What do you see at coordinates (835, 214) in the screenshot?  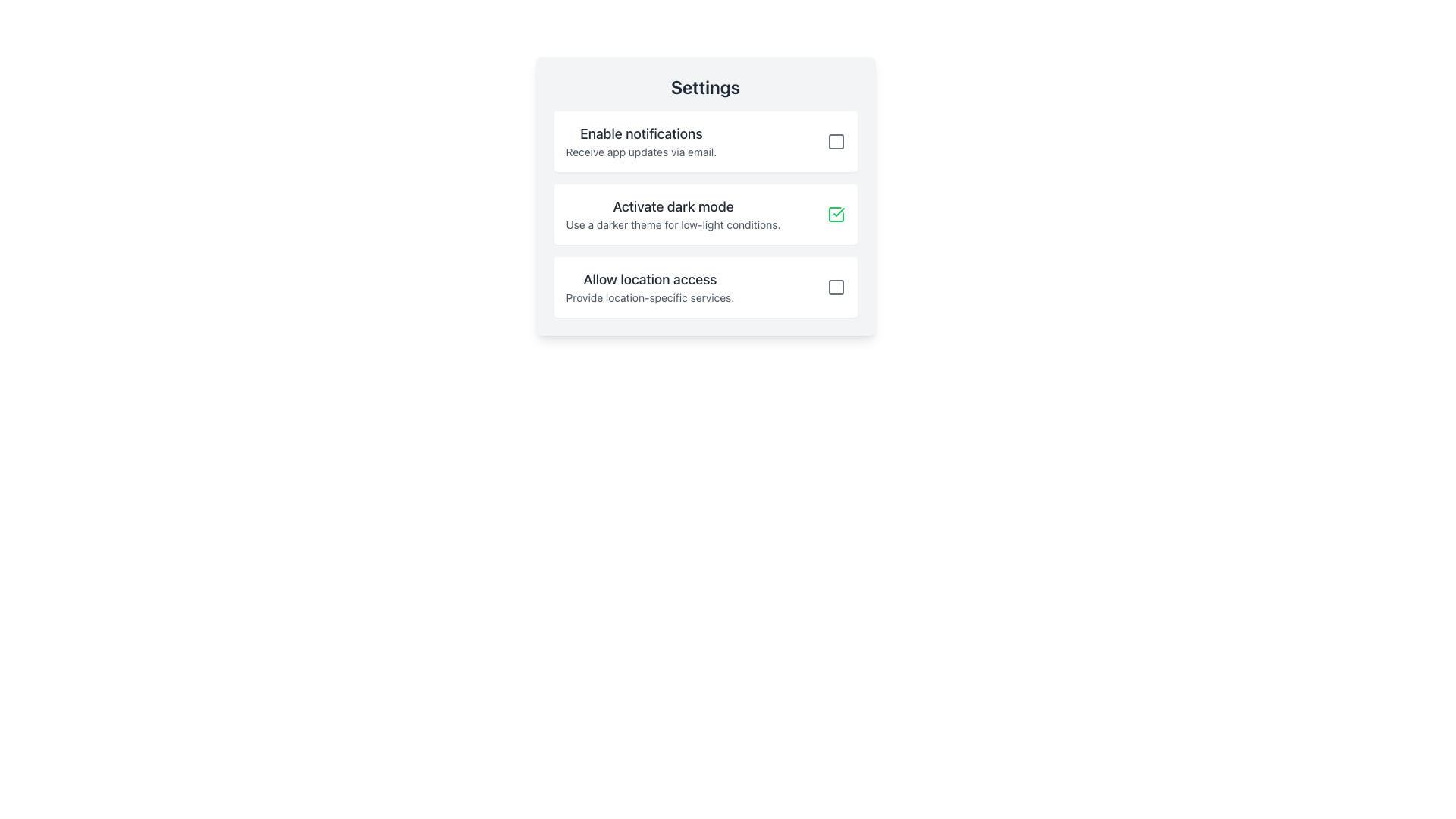 I see `the checkbox icon within the green-bordered square` at bounding box center [835, 214].